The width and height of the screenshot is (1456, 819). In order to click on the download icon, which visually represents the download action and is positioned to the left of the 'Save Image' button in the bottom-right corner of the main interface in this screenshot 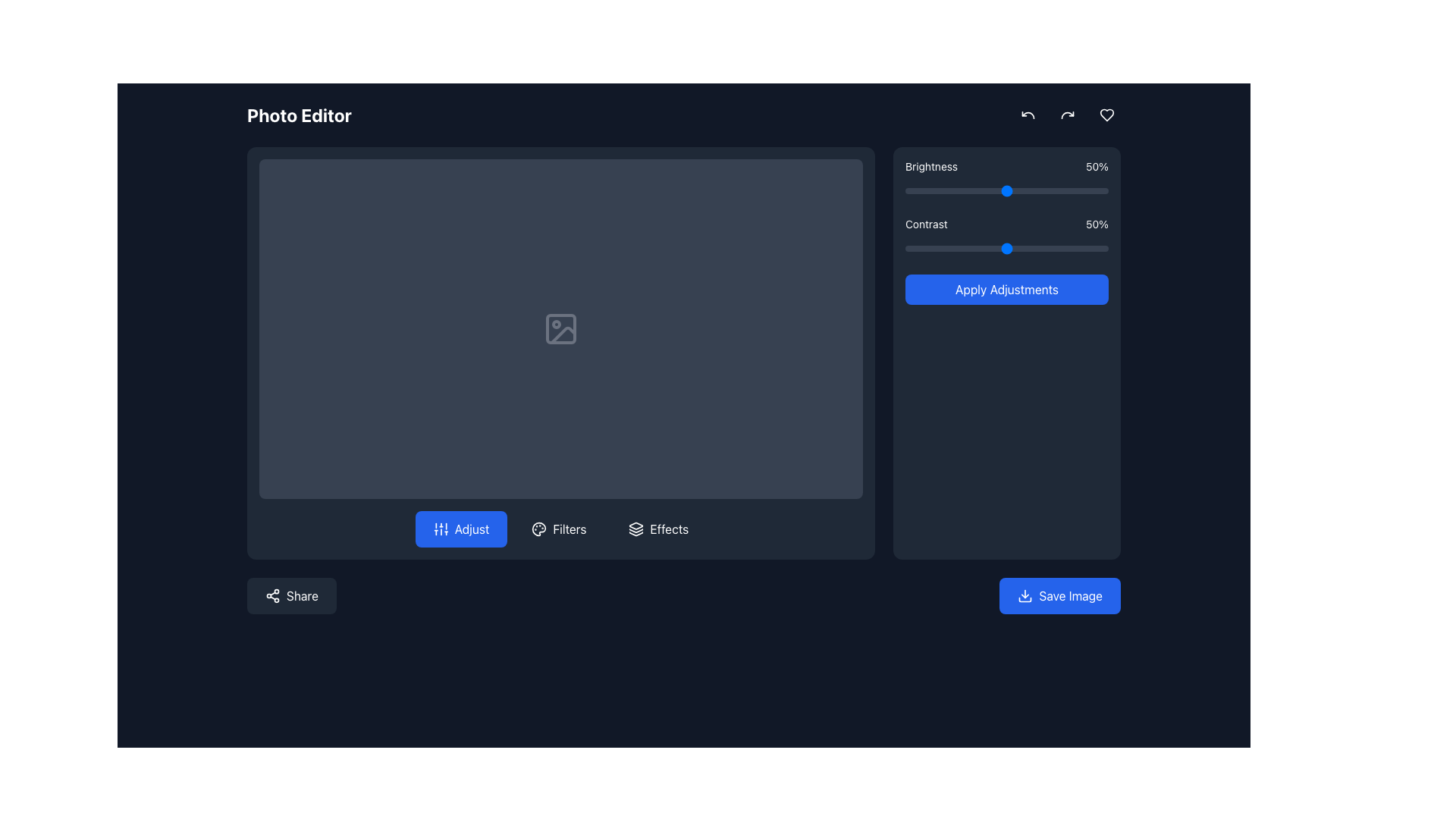, I will do `click(1025, 595)`.